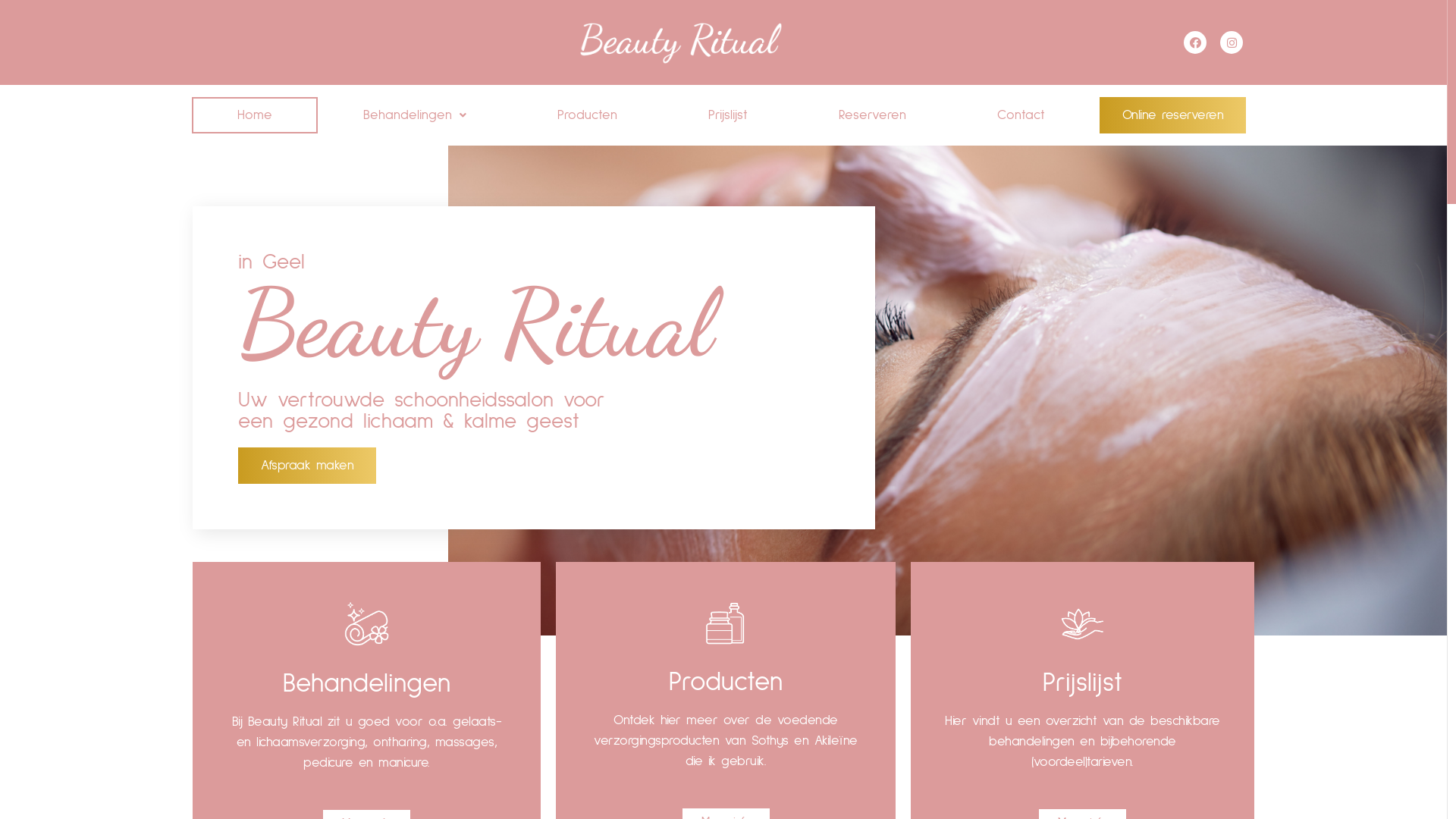 Image resolution: width=1456 pixels, height=819 pixels. What do you see at coordinates (872, 114) in the screenshot?
I see `'Reserveren'` at bounding box center [872, 114].